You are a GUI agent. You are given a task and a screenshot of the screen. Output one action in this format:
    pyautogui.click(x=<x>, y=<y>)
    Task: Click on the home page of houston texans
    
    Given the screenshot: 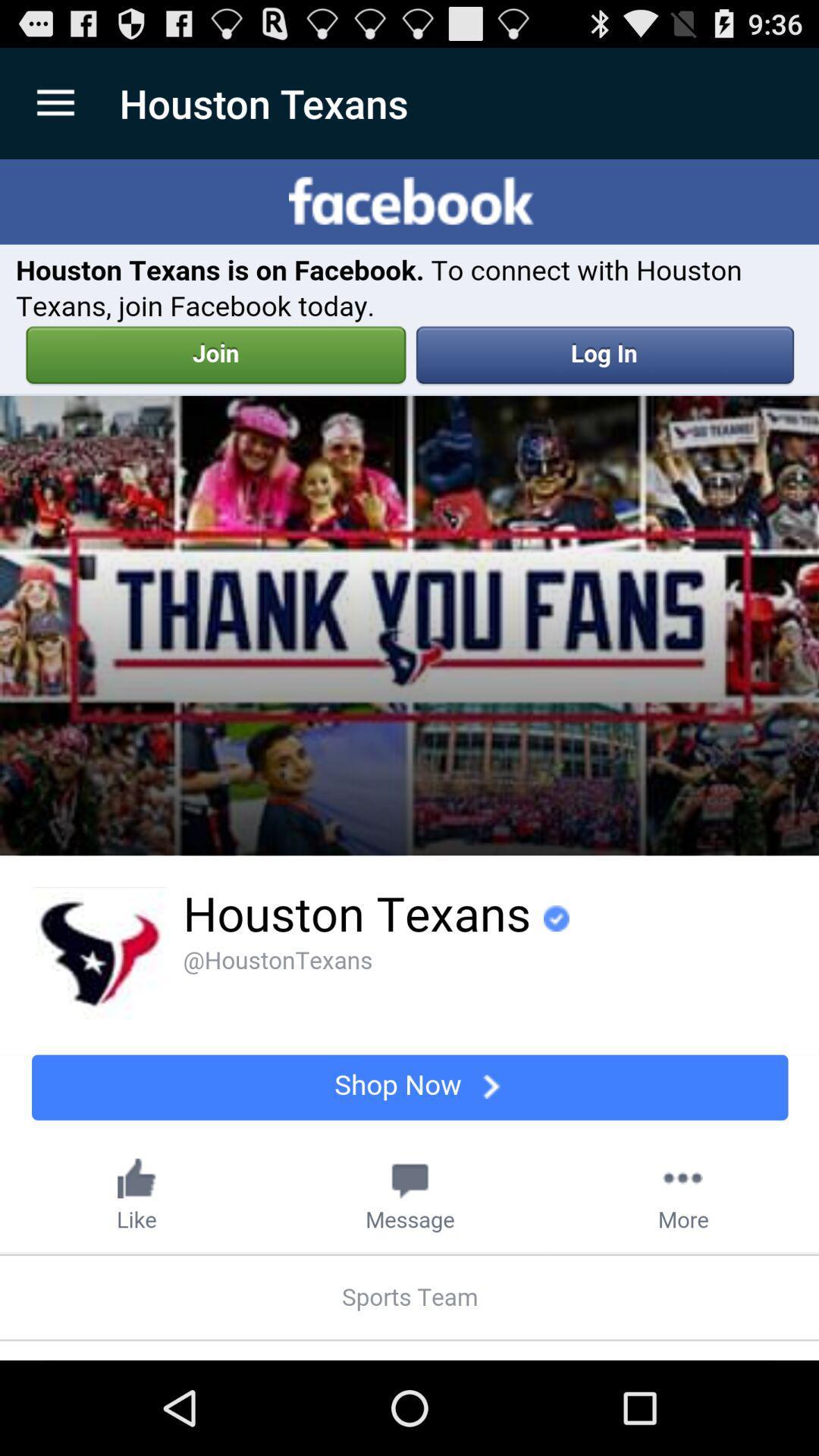 What is the action you would take?
    pyautogui.click(x=409, y=760)
    